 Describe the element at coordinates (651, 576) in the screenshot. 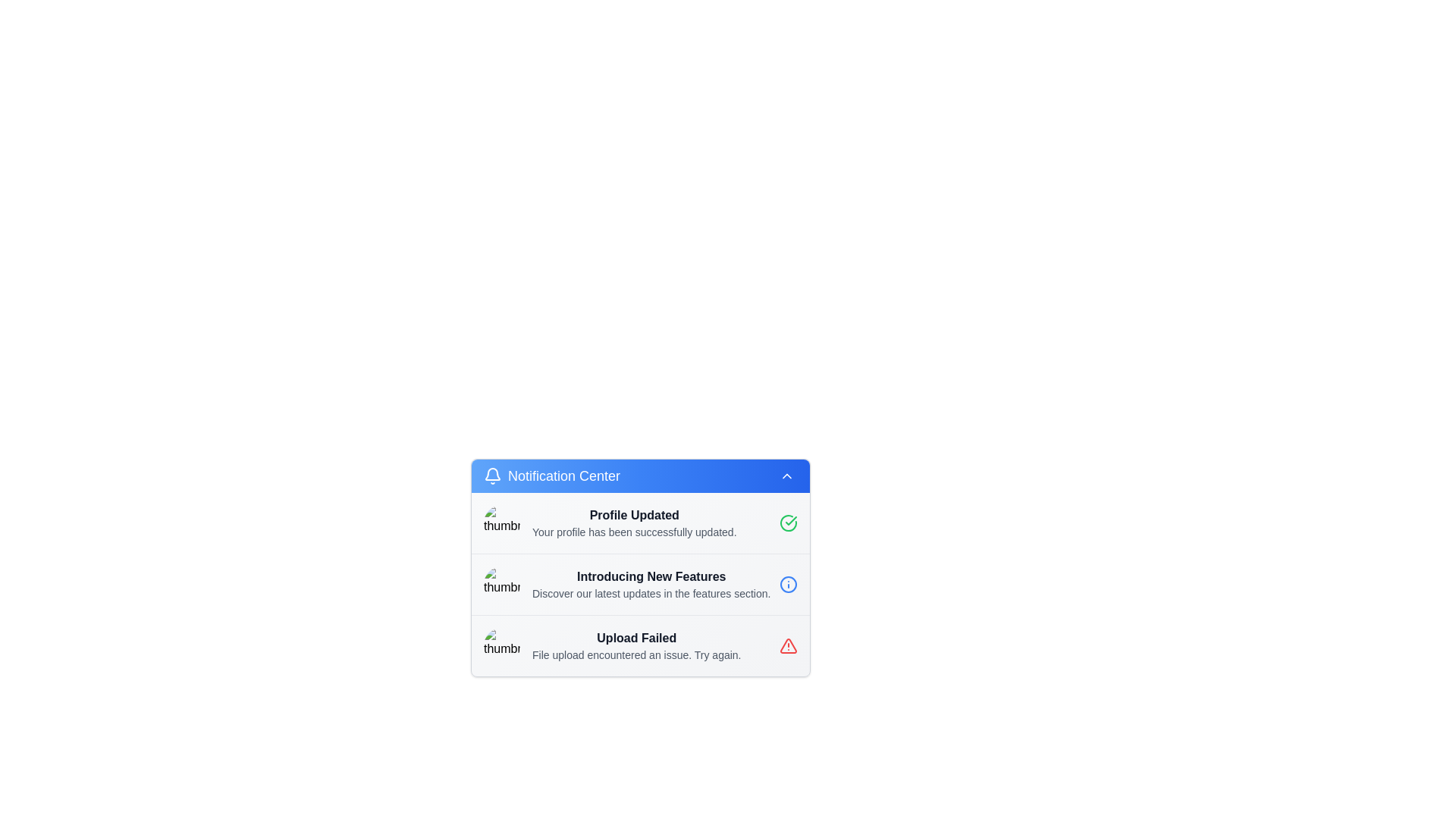

I see `the bold text snippet labeled 'Introducing New Features' in the second notification card` at that location.